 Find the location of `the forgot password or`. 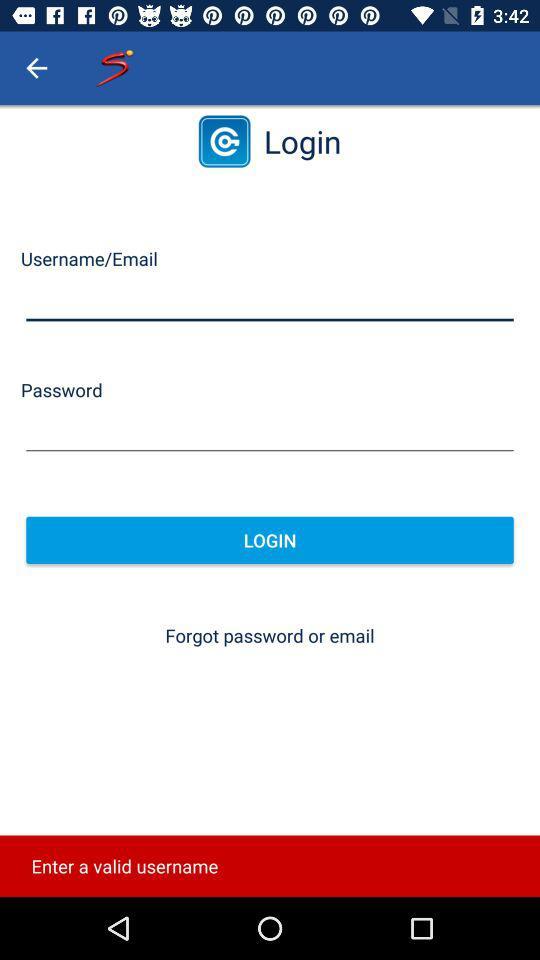

the forgot password or is located at coordinates (270, 634).